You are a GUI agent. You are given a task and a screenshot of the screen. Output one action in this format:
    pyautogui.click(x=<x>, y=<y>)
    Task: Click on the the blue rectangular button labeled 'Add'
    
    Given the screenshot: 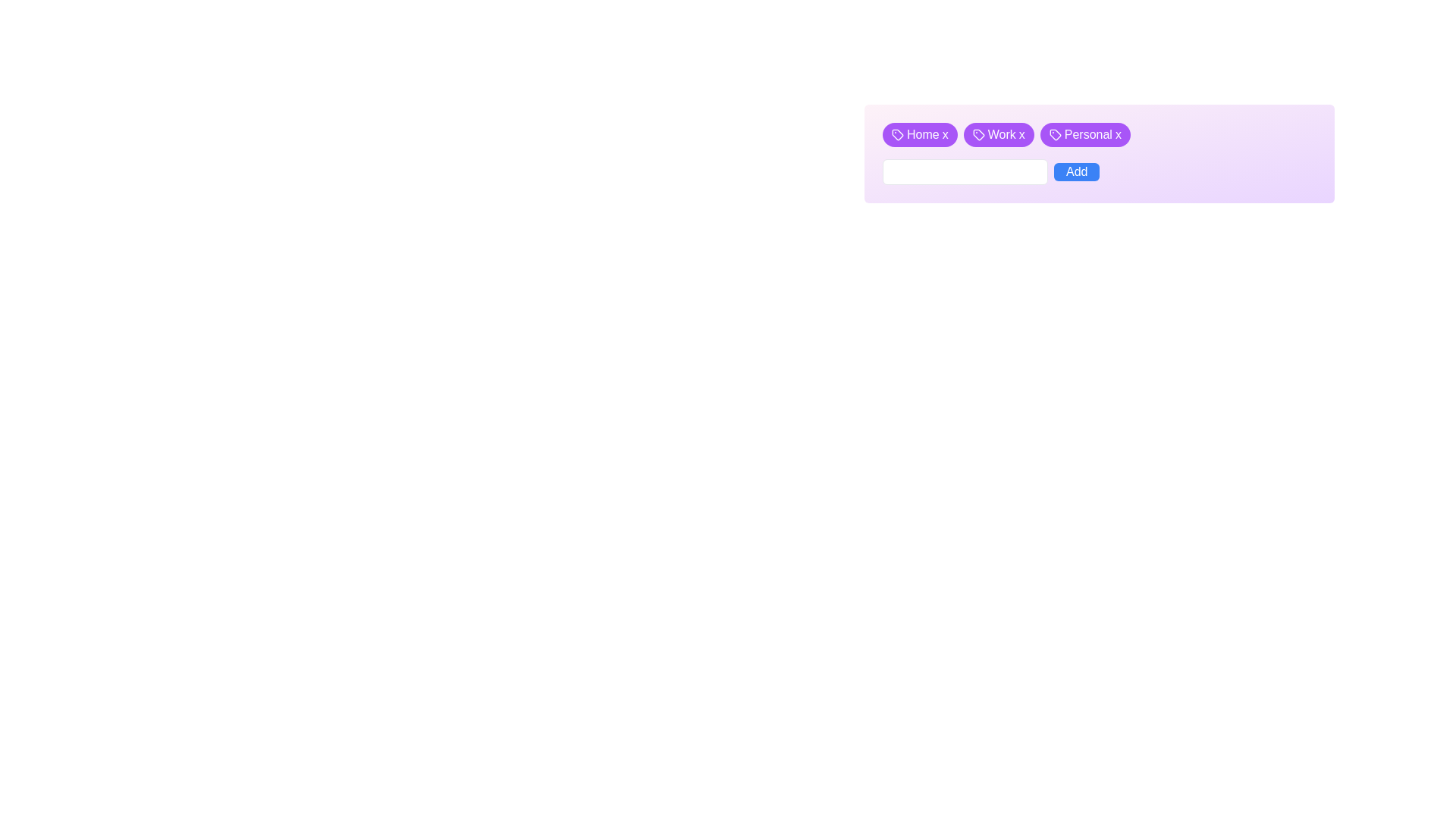 What is the action you would take?
    pyautogui.click(x=1099, y=171)
    